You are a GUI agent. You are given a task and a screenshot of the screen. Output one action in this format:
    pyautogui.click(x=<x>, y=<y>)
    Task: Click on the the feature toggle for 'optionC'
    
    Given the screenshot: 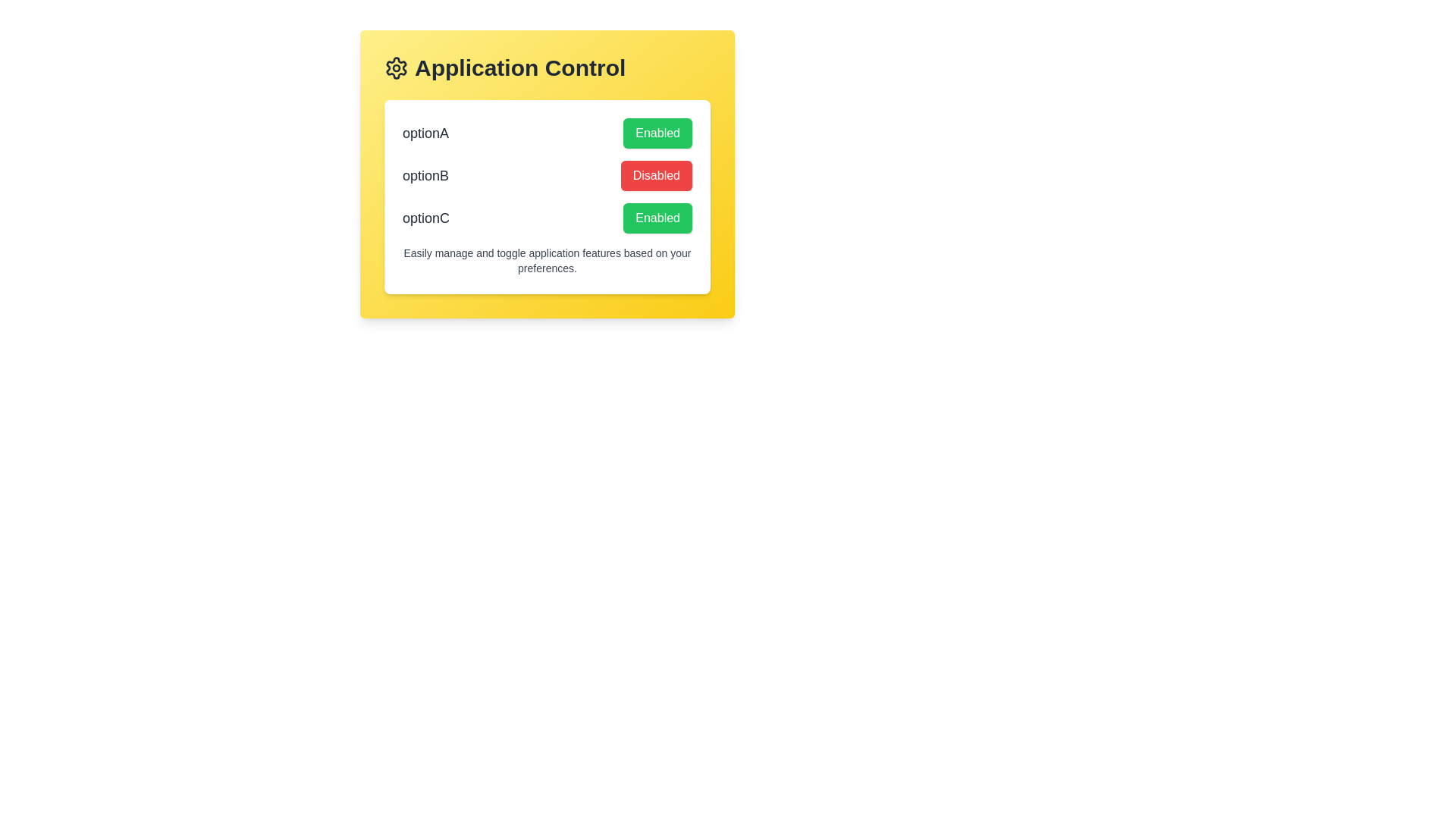 What is the action you would take?
    pyautogui.click(x=546, y=218)
    